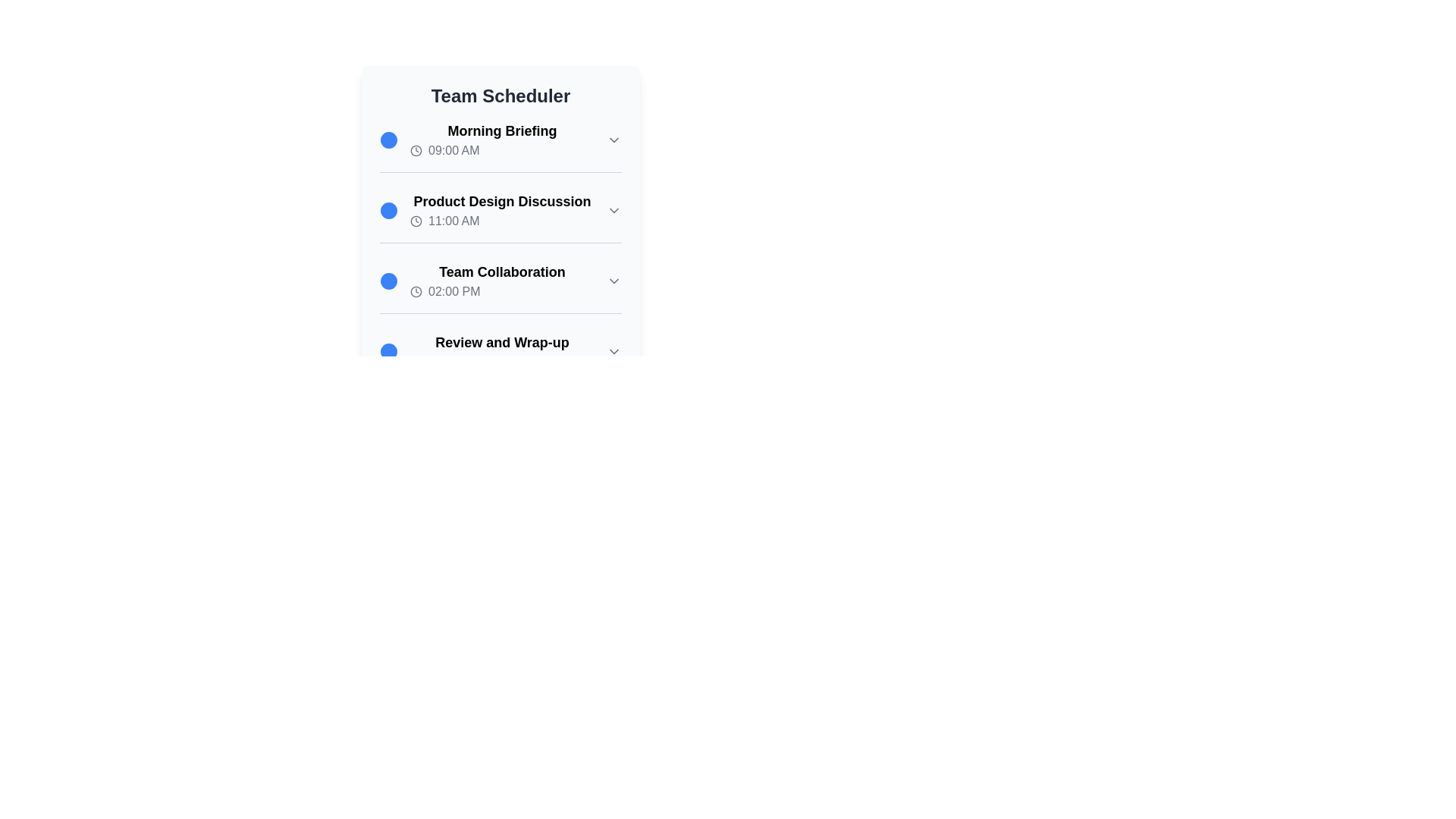  Describe the element at coordinates (500, 358) in the screenshot. I see `event name 'Review and Wrap-up' and its start time '04:30 PM' from the schedule item located in the 'Team Scheduler' list, which is the fourth item down` at that location.